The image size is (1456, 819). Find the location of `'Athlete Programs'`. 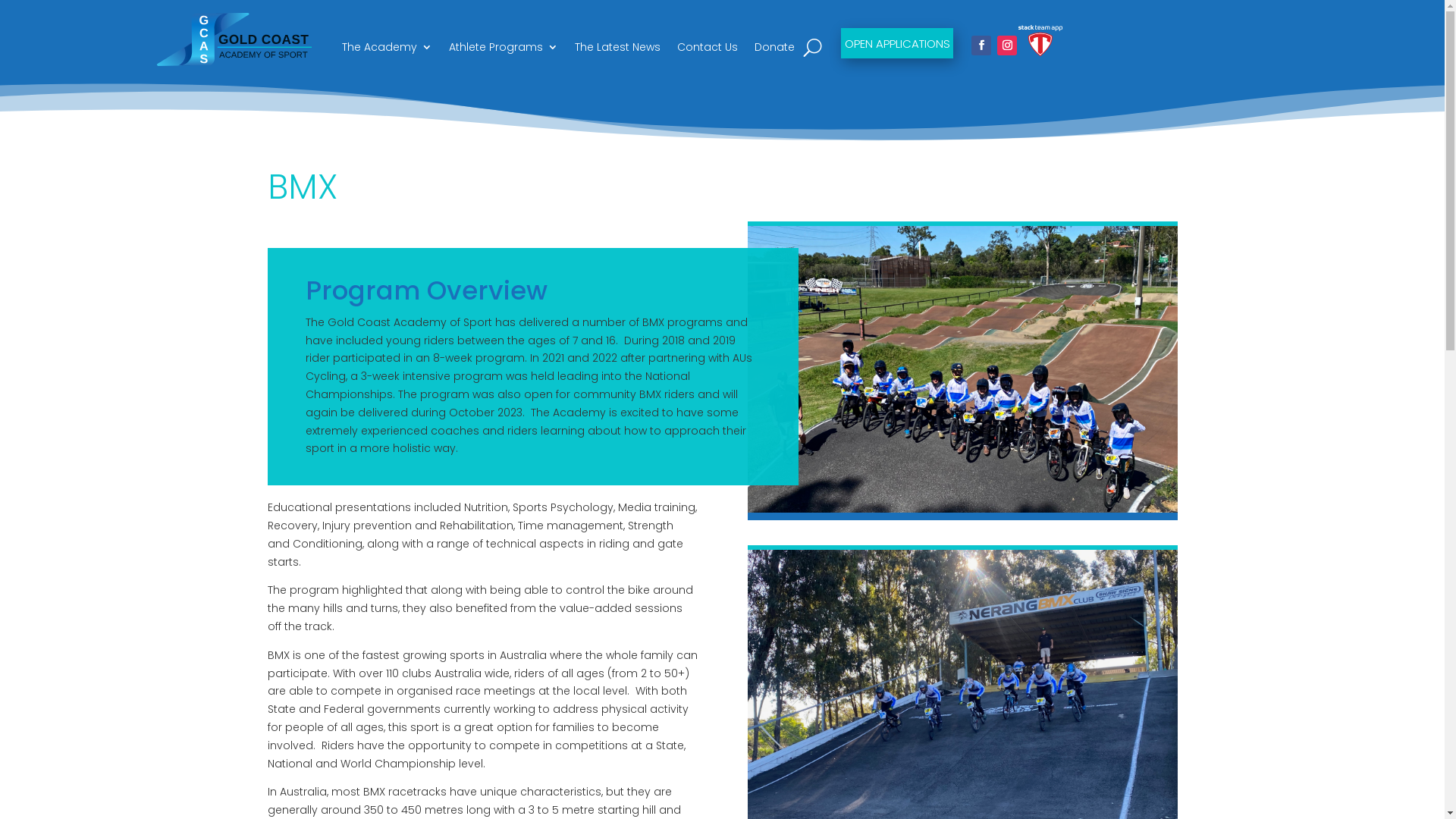

'Athlete Programs' is located at coordinates (503, 49).